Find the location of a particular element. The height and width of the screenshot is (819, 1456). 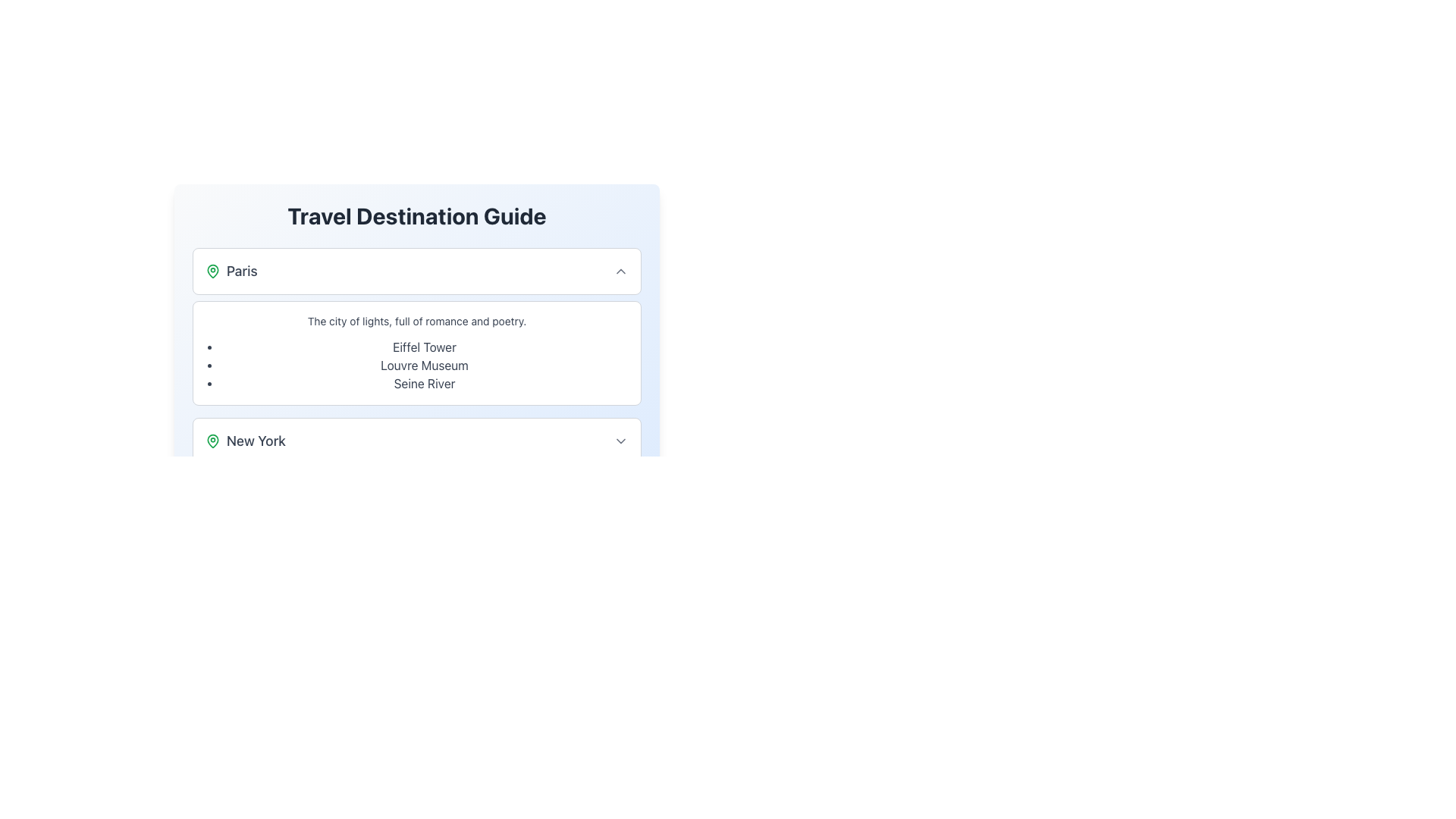

the third static text item in the bullet-pointed list under 'Travel Destination Guide' and 'Paris', which is positioned below 'Louvre Museum' is located at coordinates (425, 382).